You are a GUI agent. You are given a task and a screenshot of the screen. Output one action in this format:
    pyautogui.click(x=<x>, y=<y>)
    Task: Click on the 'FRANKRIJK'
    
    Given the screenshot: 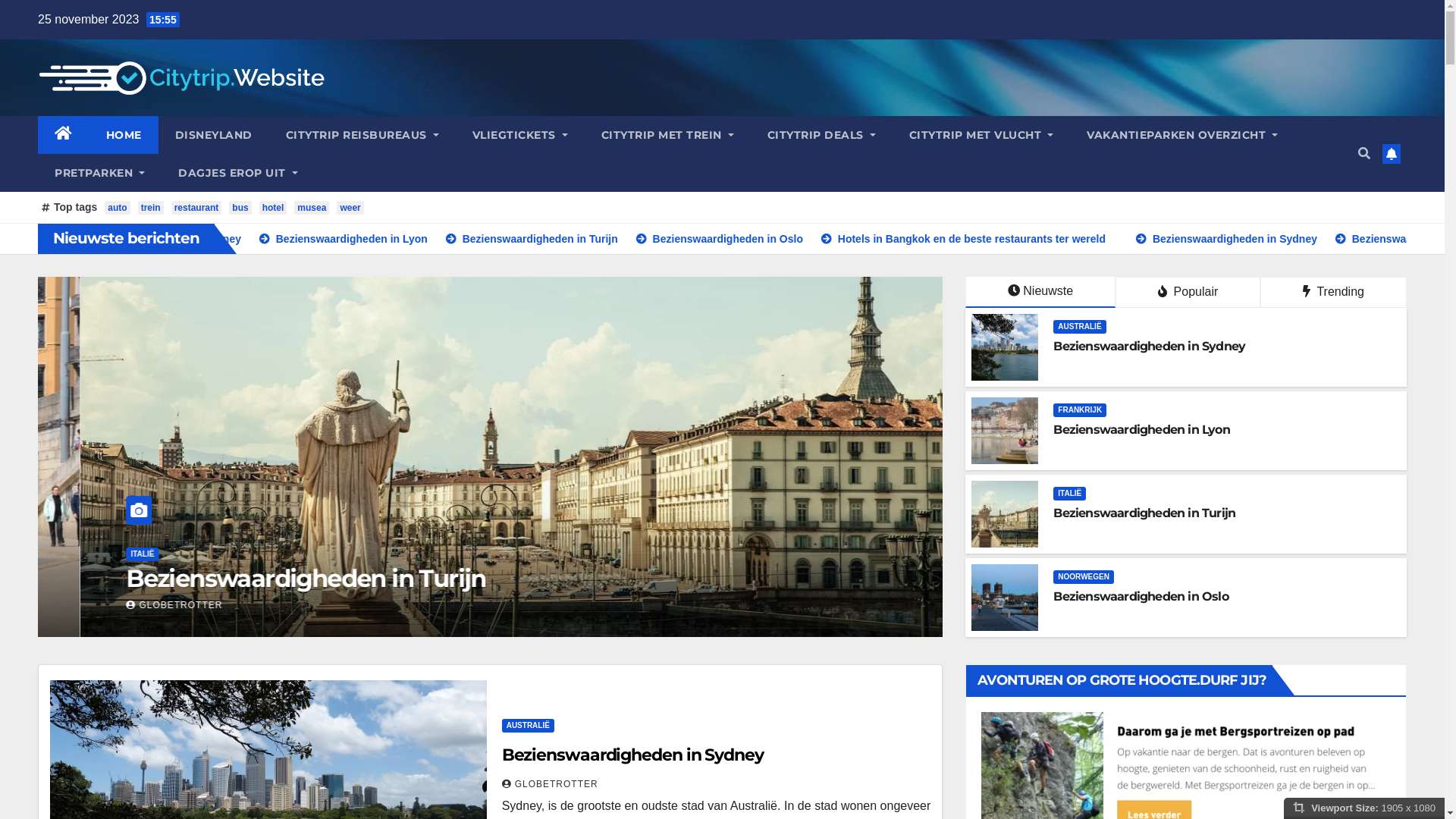 What is the action you would take?
    pyautogui.click(x=1079, y=409)
    